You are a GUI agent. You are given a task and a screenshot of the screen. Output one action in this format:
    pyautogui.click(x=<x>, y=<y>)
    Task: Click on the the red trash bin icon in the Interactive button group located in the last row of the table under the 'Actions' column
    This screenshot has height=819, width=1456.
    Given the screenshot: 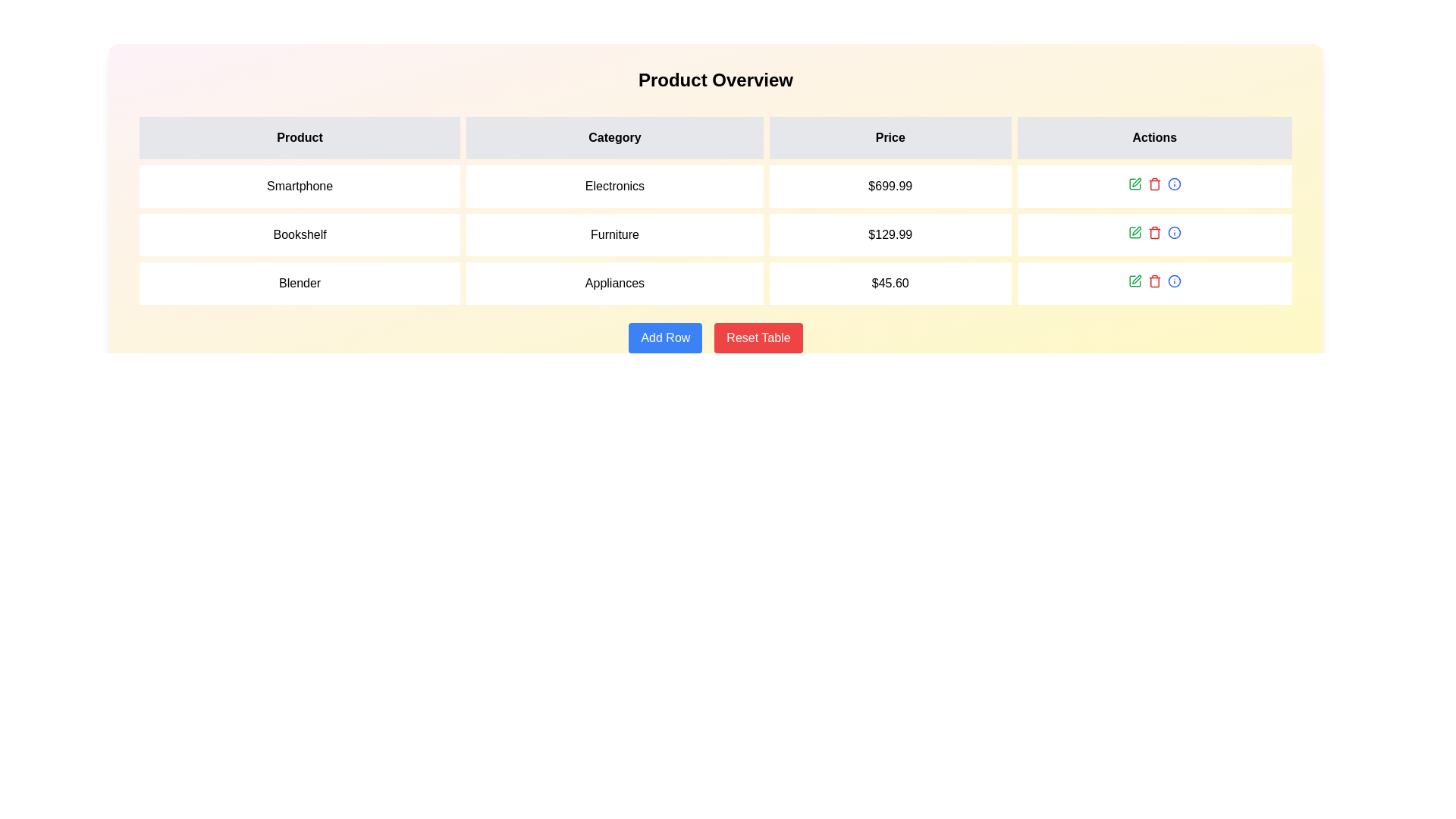 What is the action you would take?
    pyautogui.click(x=1153, y=281)
    